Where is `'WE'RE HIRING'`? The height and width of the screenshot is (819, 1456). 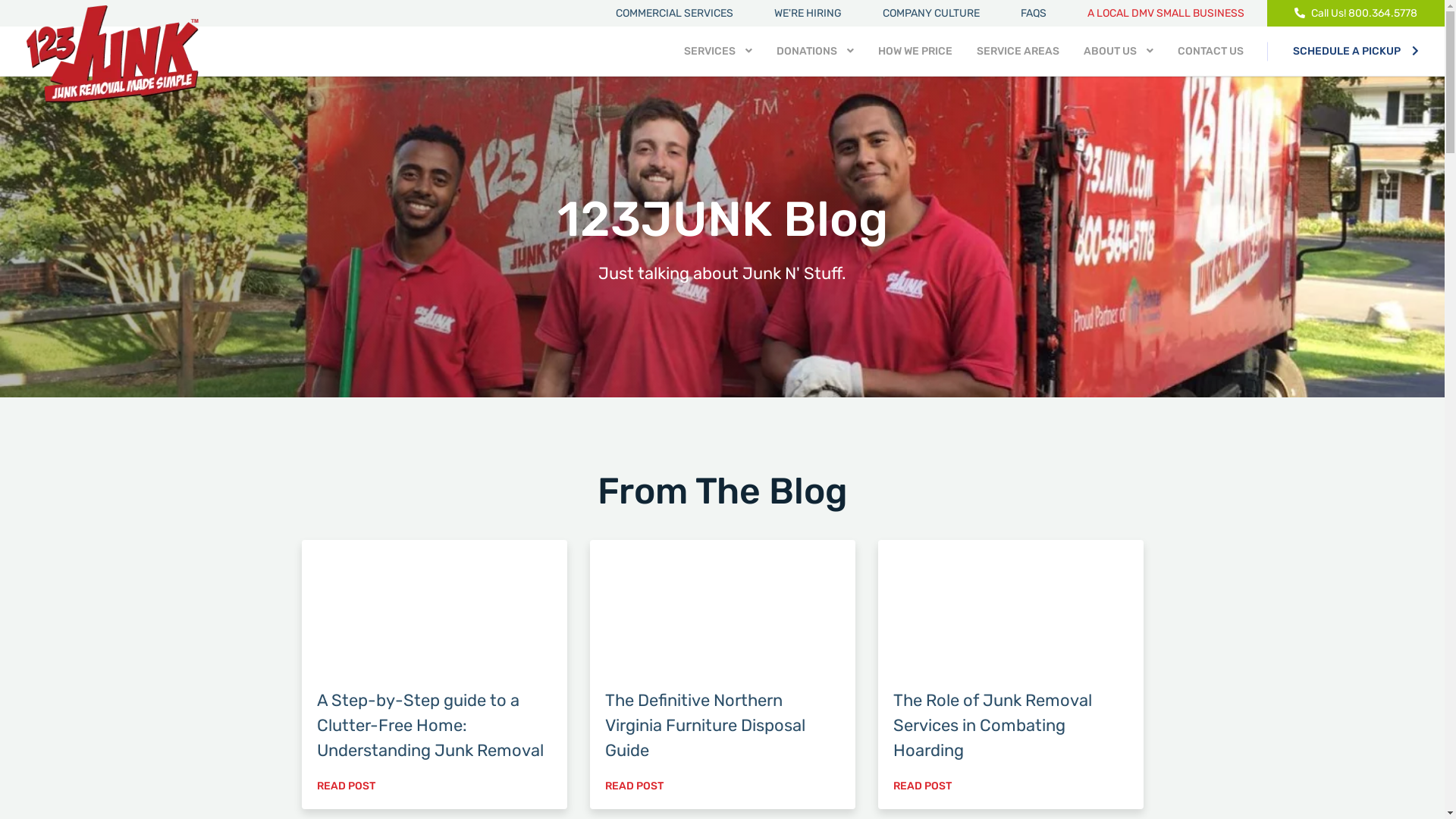
'WE'RE HIRING' is located at coordinates (807, 13).